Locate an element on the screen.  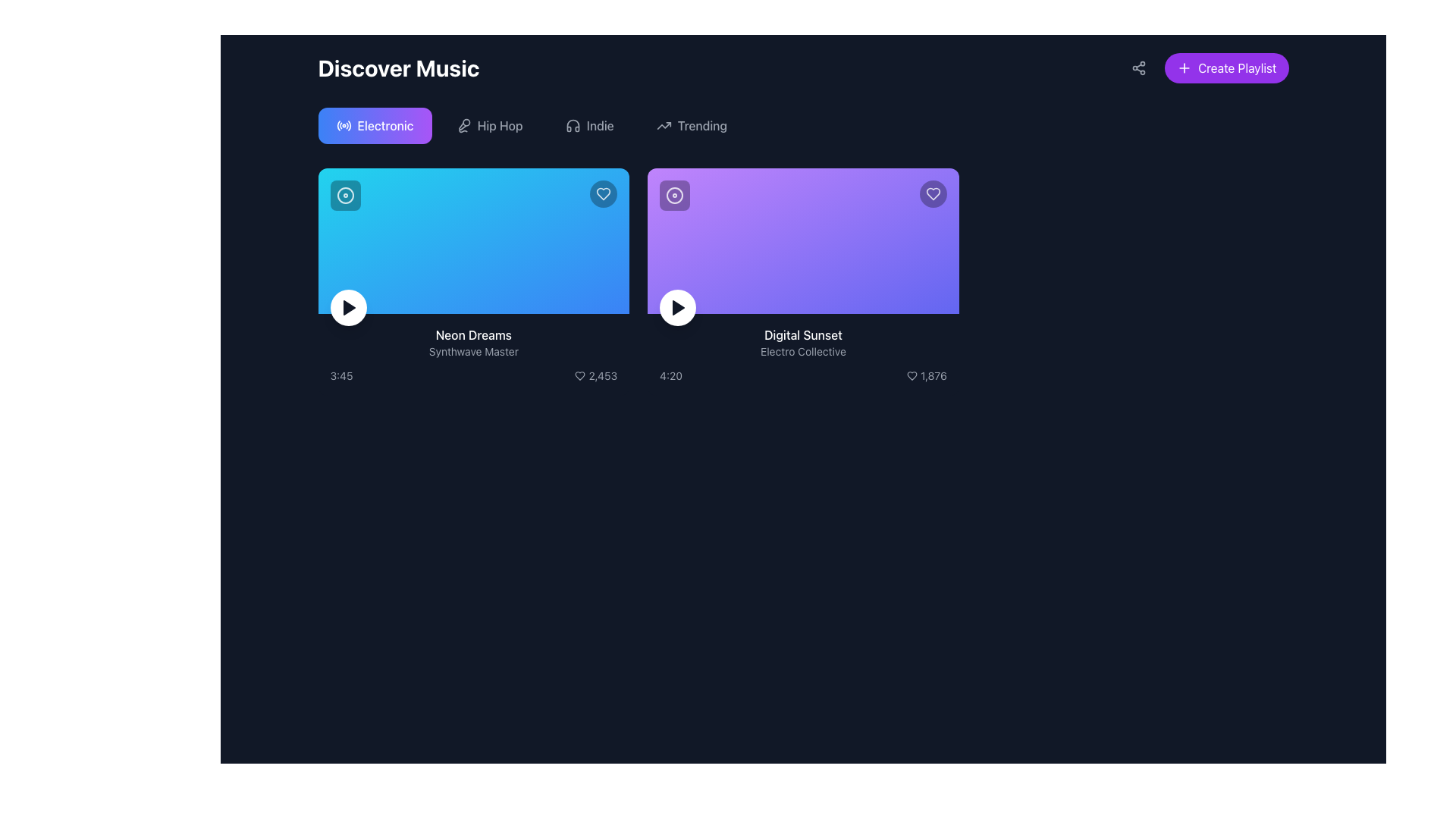
keyboard navigation is located at coordinates (588, 124).